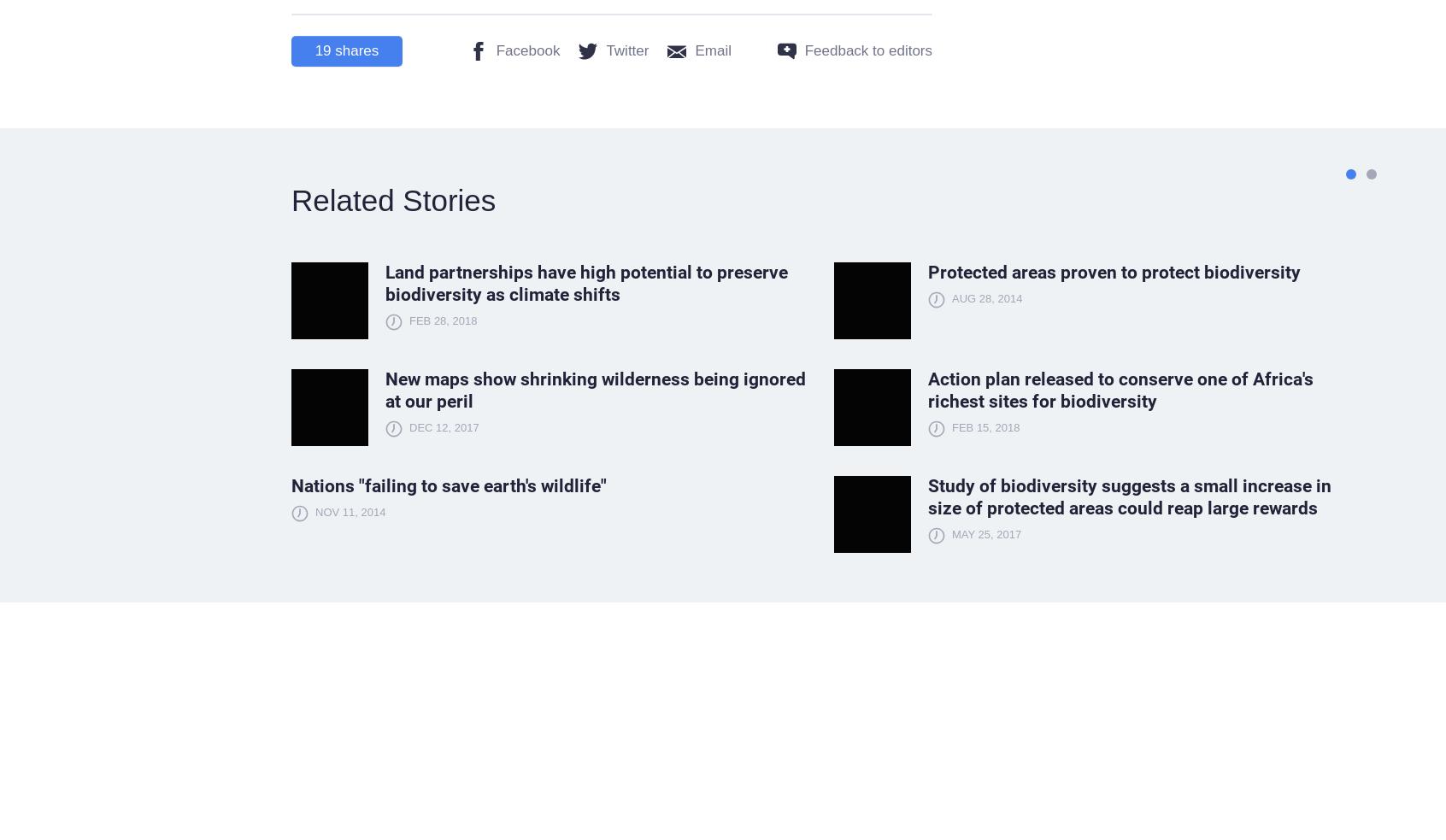 The width and height of the screenshot is (1446, 840). Describe the element at coordinates (950, 534) in the screenshot. I see `'May 25, 2017'` at that location.